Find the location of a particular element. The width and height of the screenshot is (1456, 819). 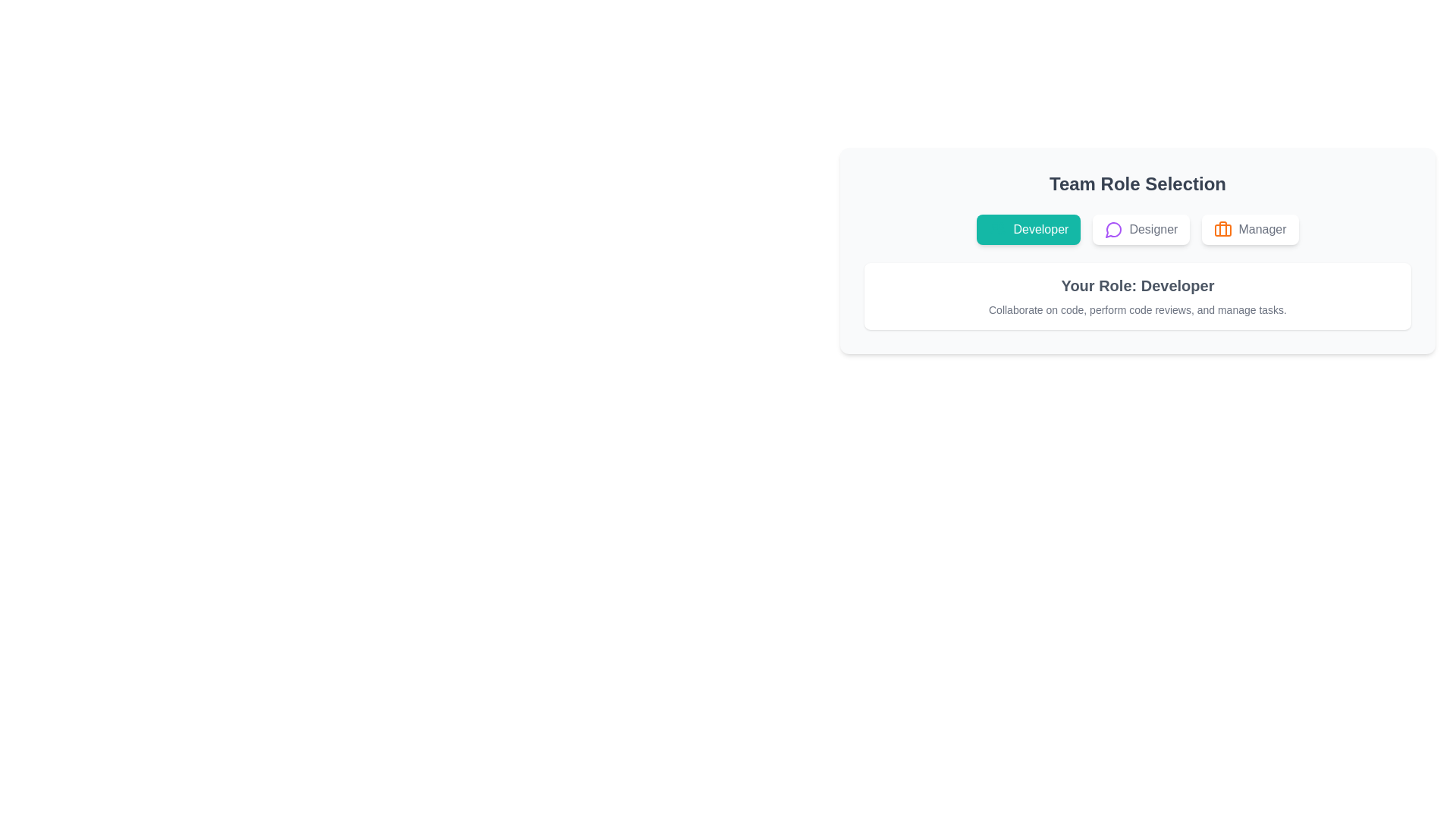

the 'Manager' icon located at the rightmost side of the role-selection interface, which is part of a horizontal layout of options including 'Developer' and 'Designer' is located at coordinates (1223, 230).